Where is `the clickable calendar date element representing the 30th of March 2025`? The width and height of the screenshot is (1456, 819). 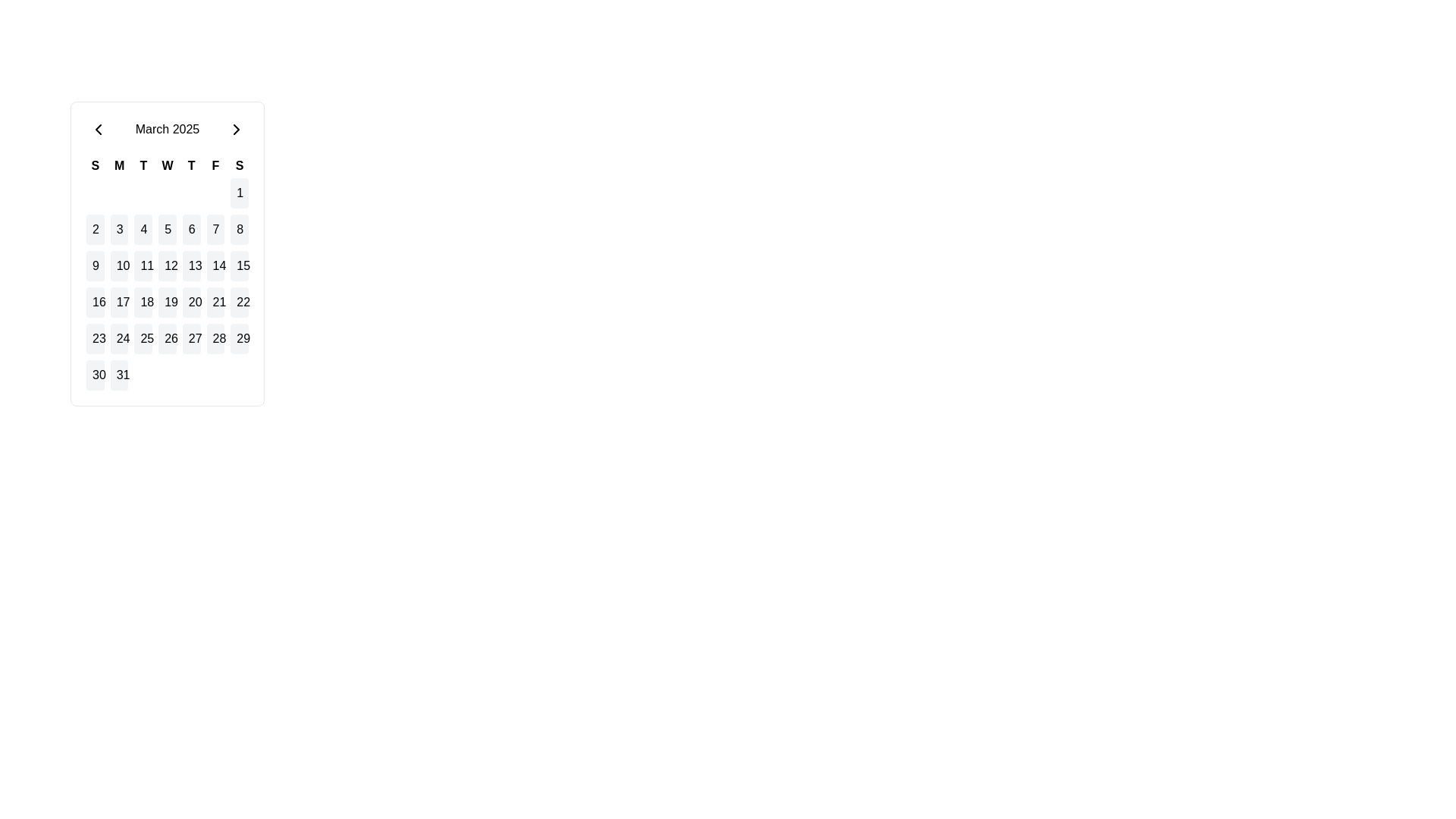
the clickable calendar date element representing the 30th of March 2025 is located at coordinates (94, 375).